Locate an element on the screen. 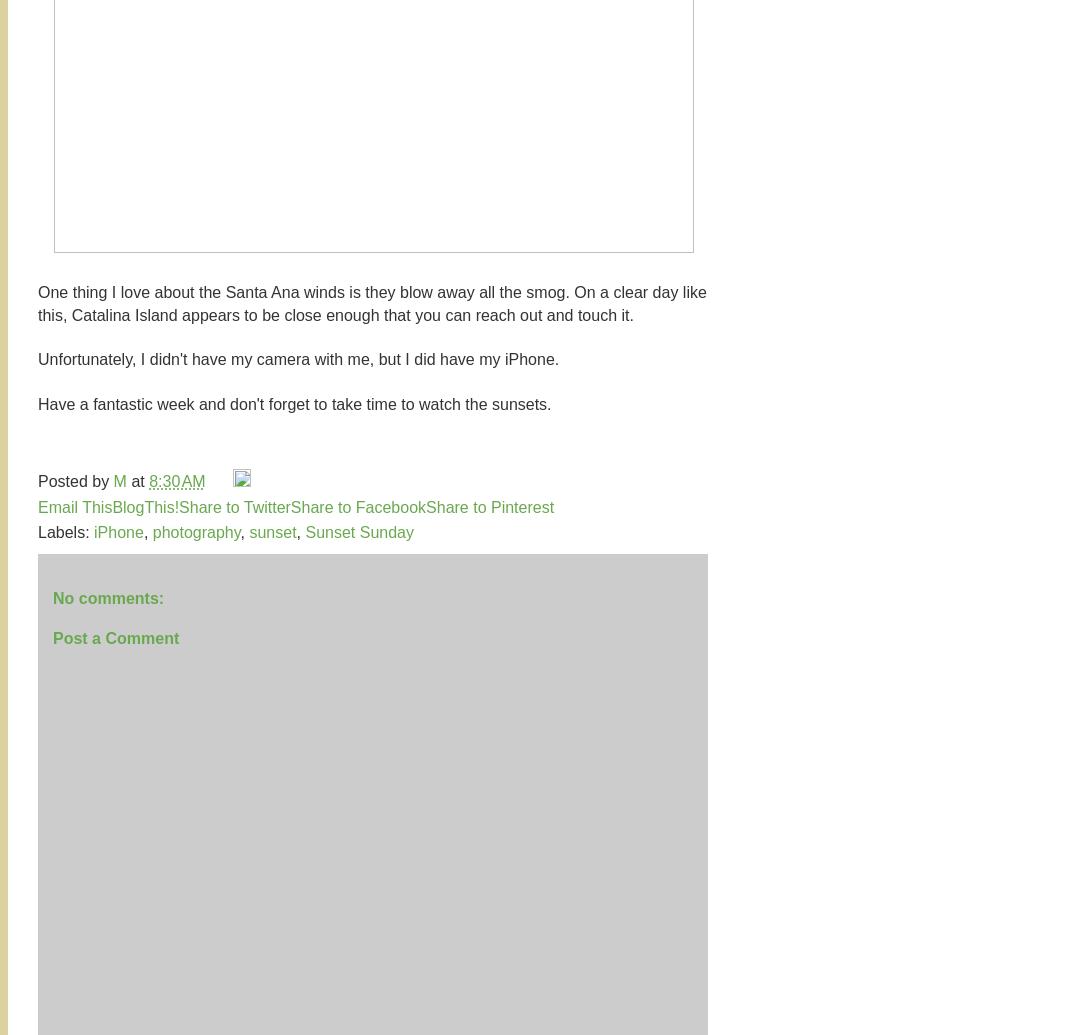  'Share to Pinterest' is located at coordinates (489, 506).